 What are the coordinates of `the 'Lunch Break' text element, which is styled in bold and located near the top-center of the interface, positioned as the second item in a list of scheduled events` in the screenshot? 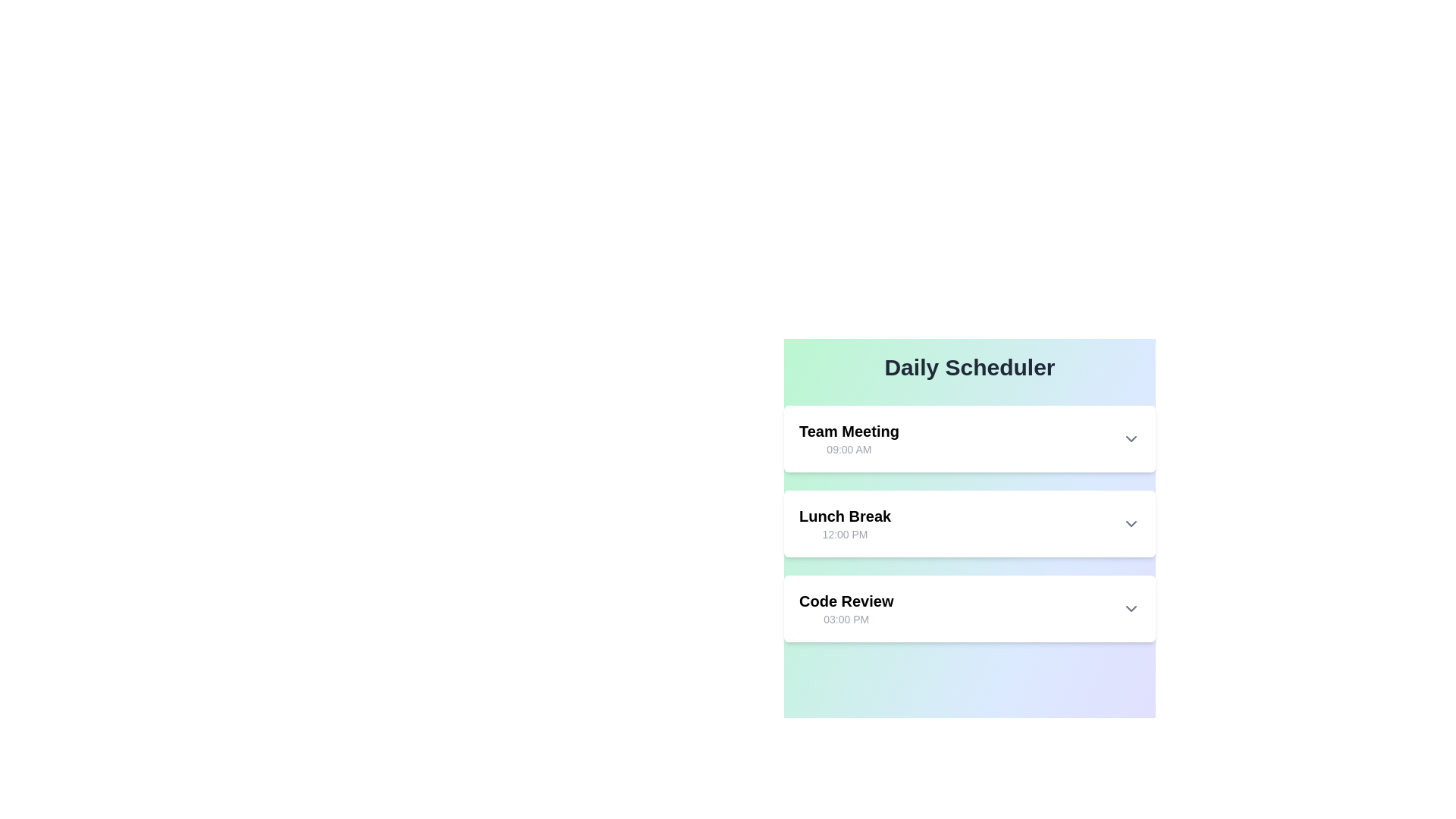 It's located at (844, 516).